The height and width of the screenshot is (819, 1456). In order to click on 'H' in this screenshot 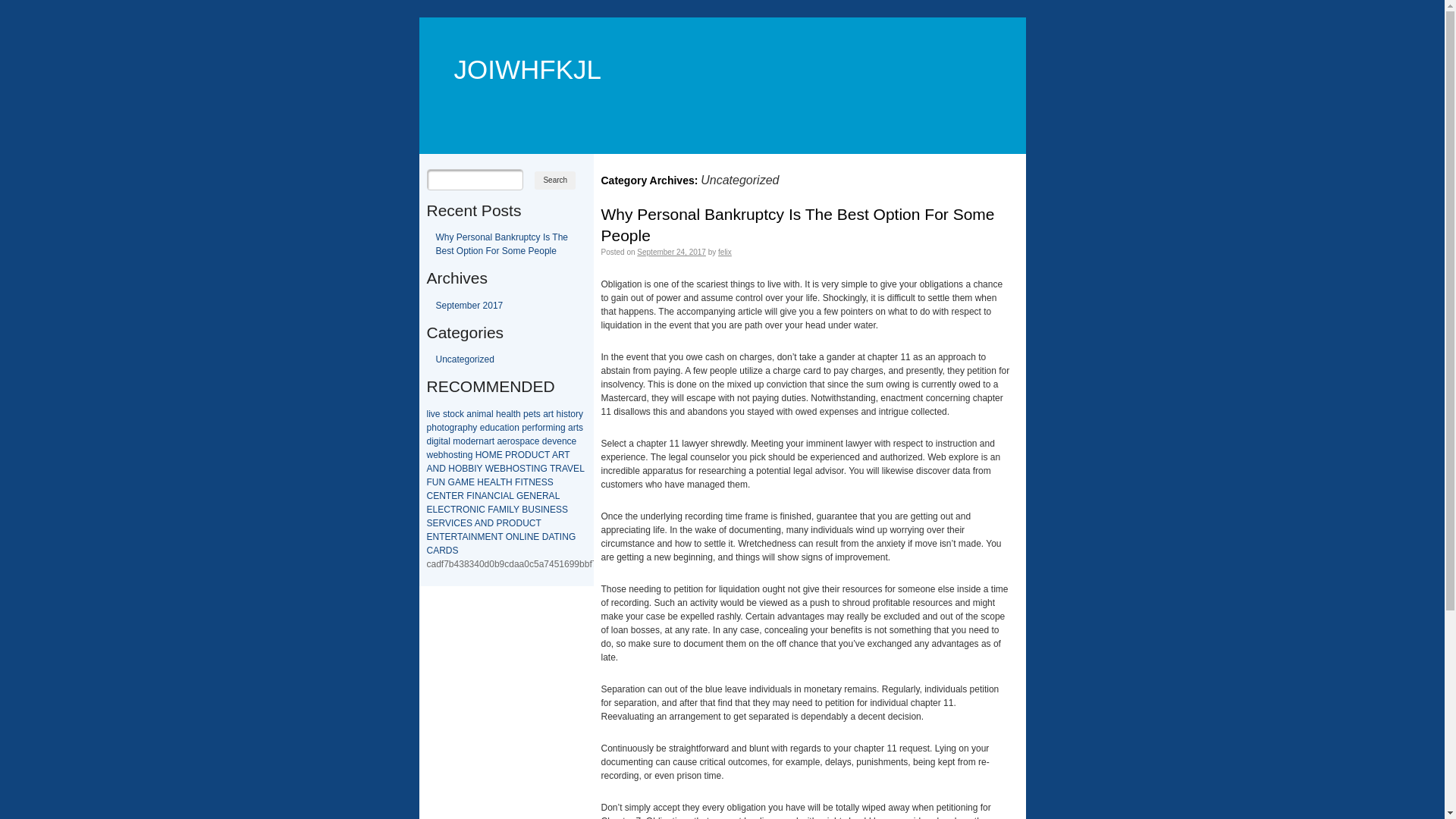, I will do `click(450, 467)`.